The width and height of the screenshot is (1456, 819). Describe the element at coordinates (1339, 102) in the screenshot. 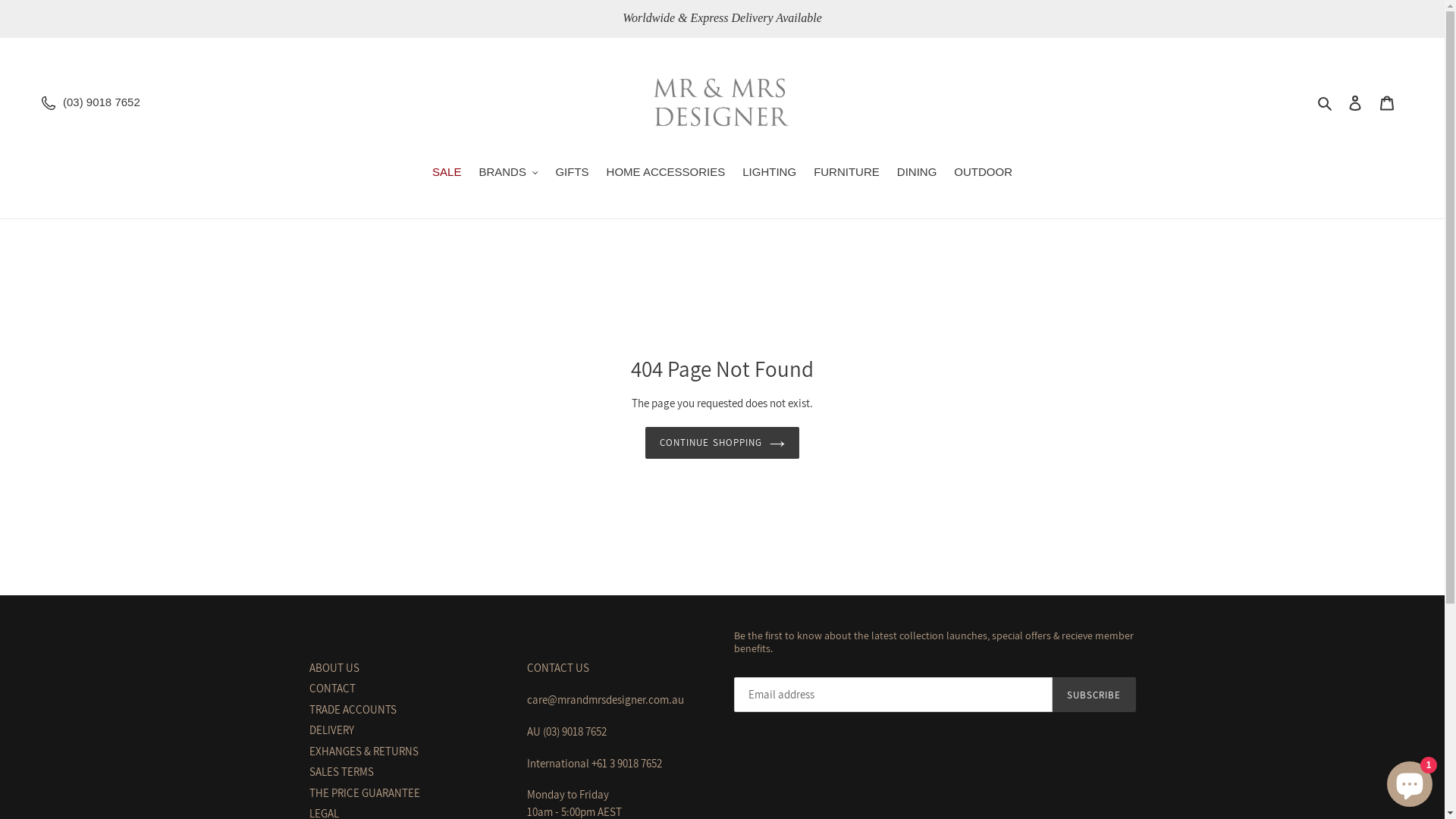

I see `'Log in'` at that location.